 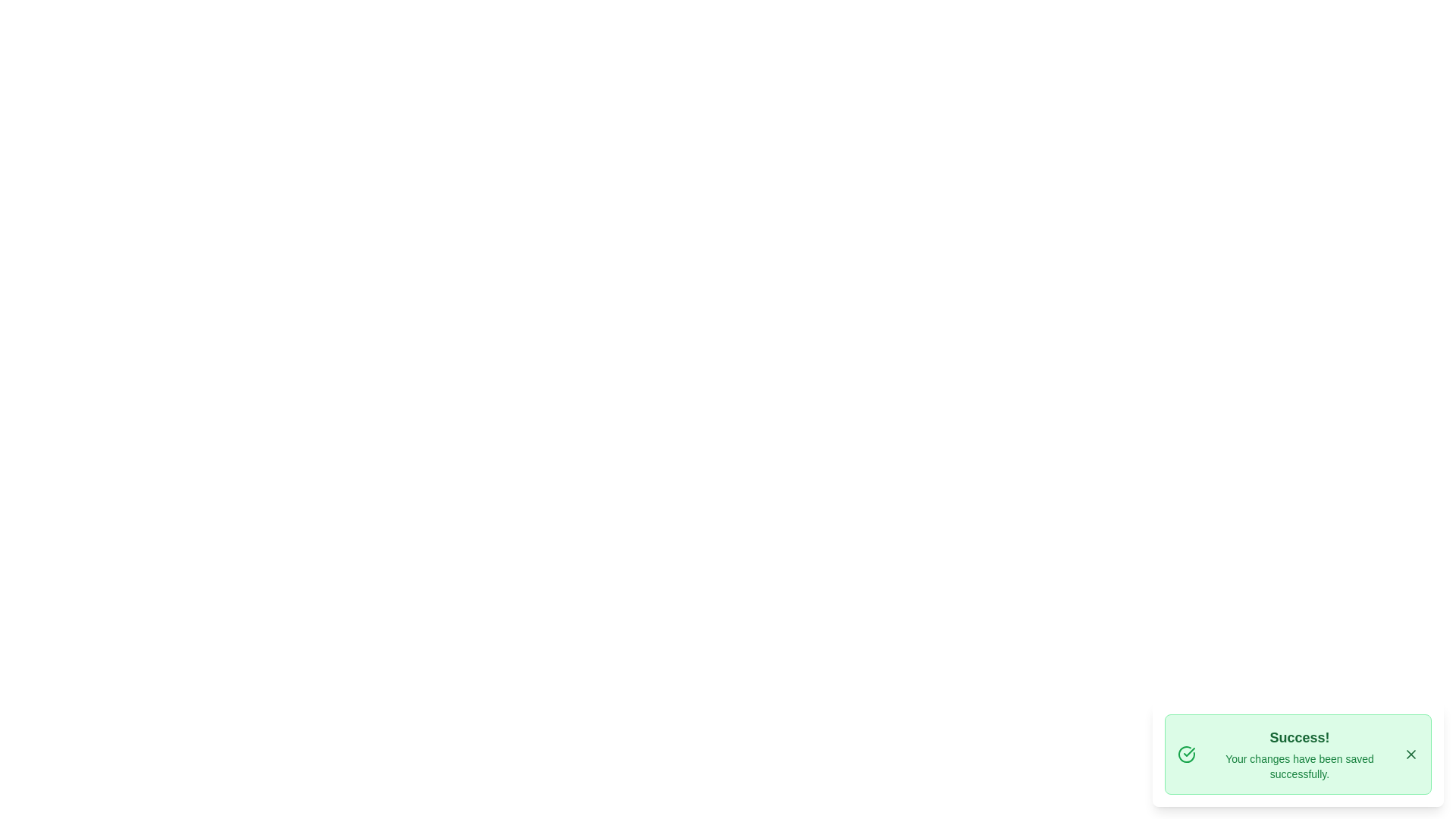 What do you see at coordinates (1410, 755) in the screenshot?
I see `the close button of the snackbar to close it` at bounding box center [1410, 755].